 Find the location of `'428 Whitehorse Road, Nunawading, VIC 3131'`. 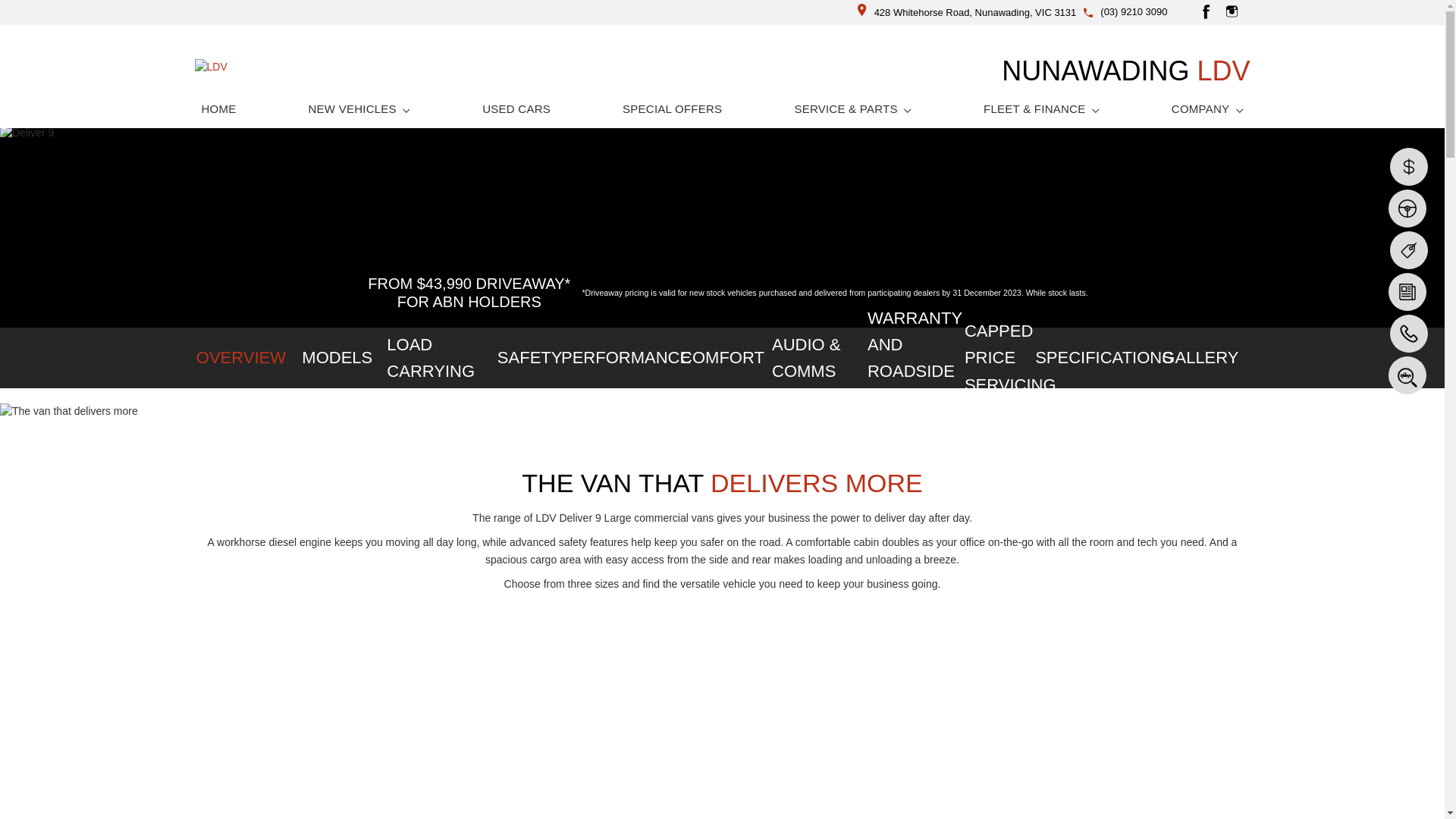

'428 Whitehorse Road, Nunawading, VIC 3131' is located at coordinates (966, 12).